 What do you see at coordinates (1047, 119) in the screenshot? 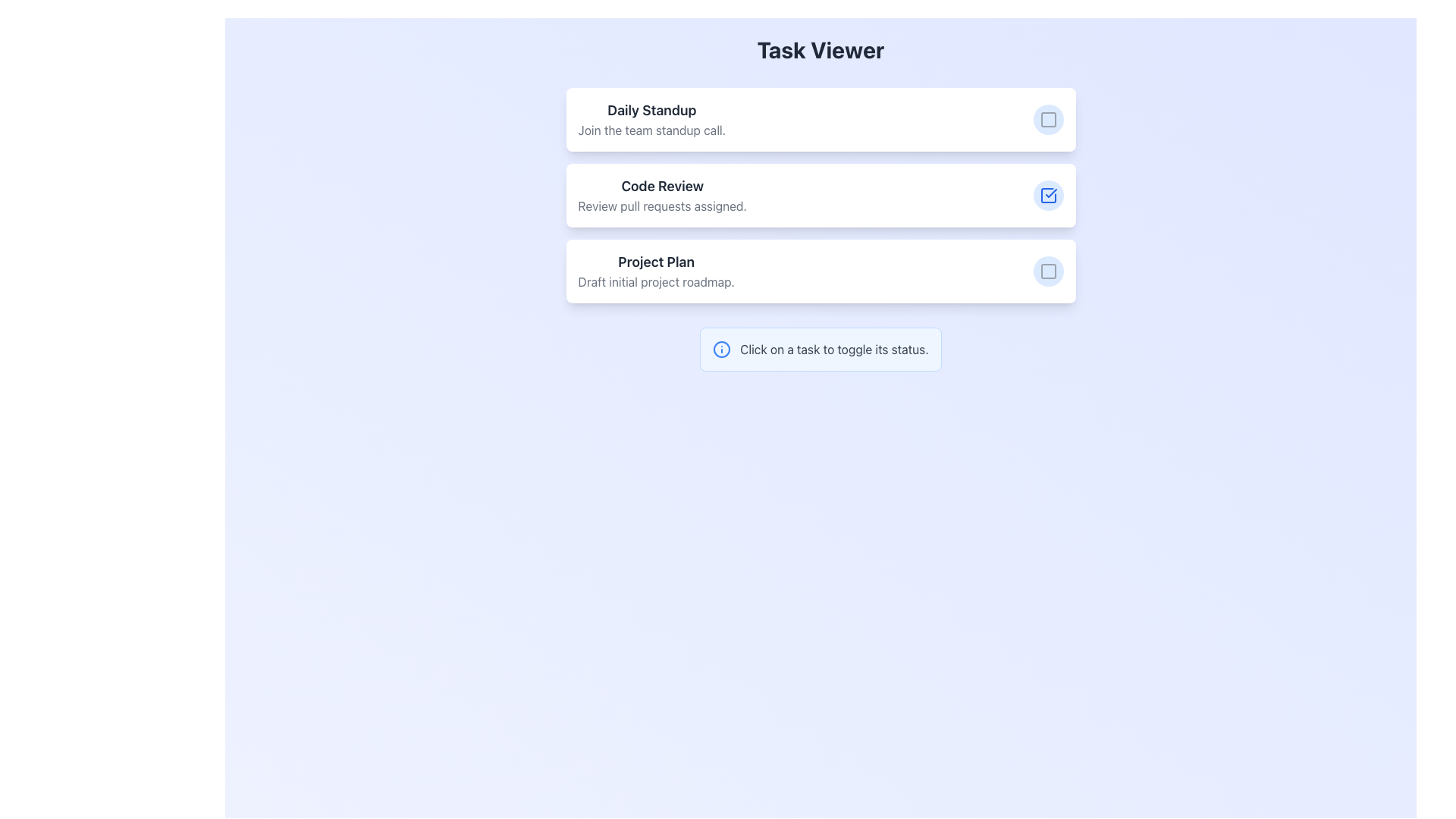
I see `the inner square component of the checkbox icon for the 'Daily Standup' task located in the top-right corner of the task card` at bounding box center [1047, 119].